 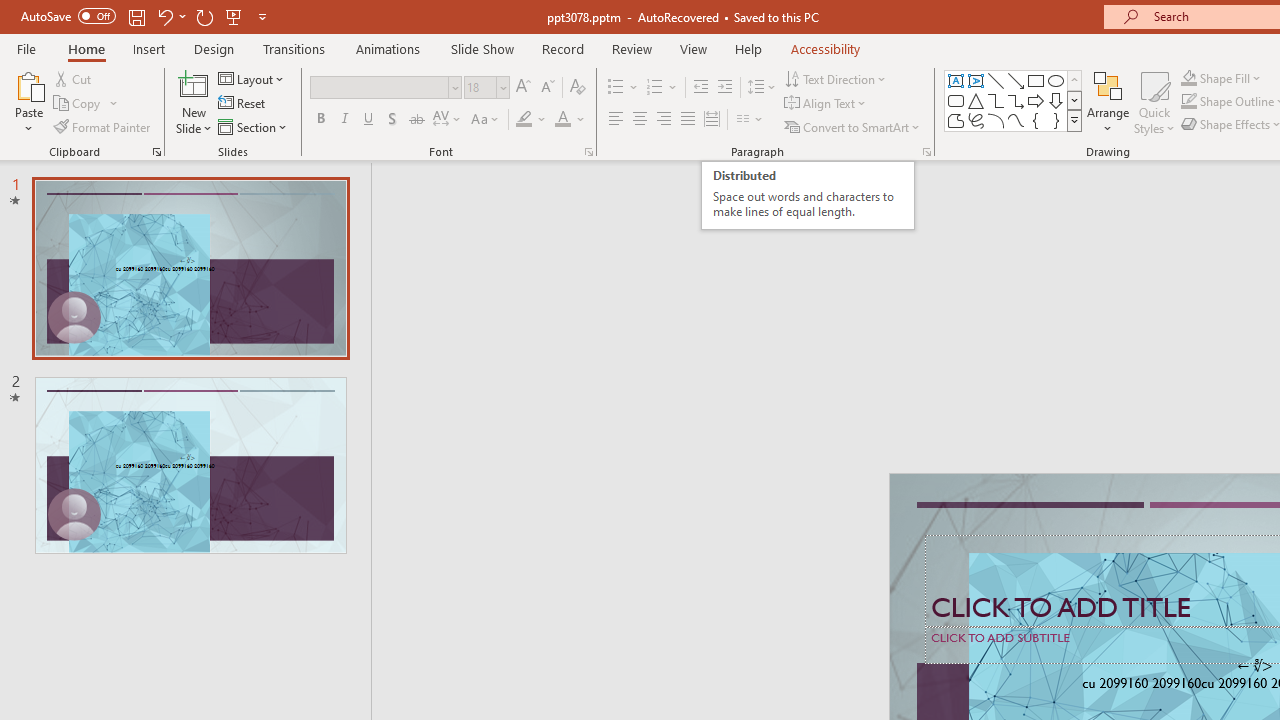 What do you see at coordinates (1189, 77) in the screenshot?
I see `'Shape Fill Dark Green, Accent 2'` at bounding box center [1189, 77].